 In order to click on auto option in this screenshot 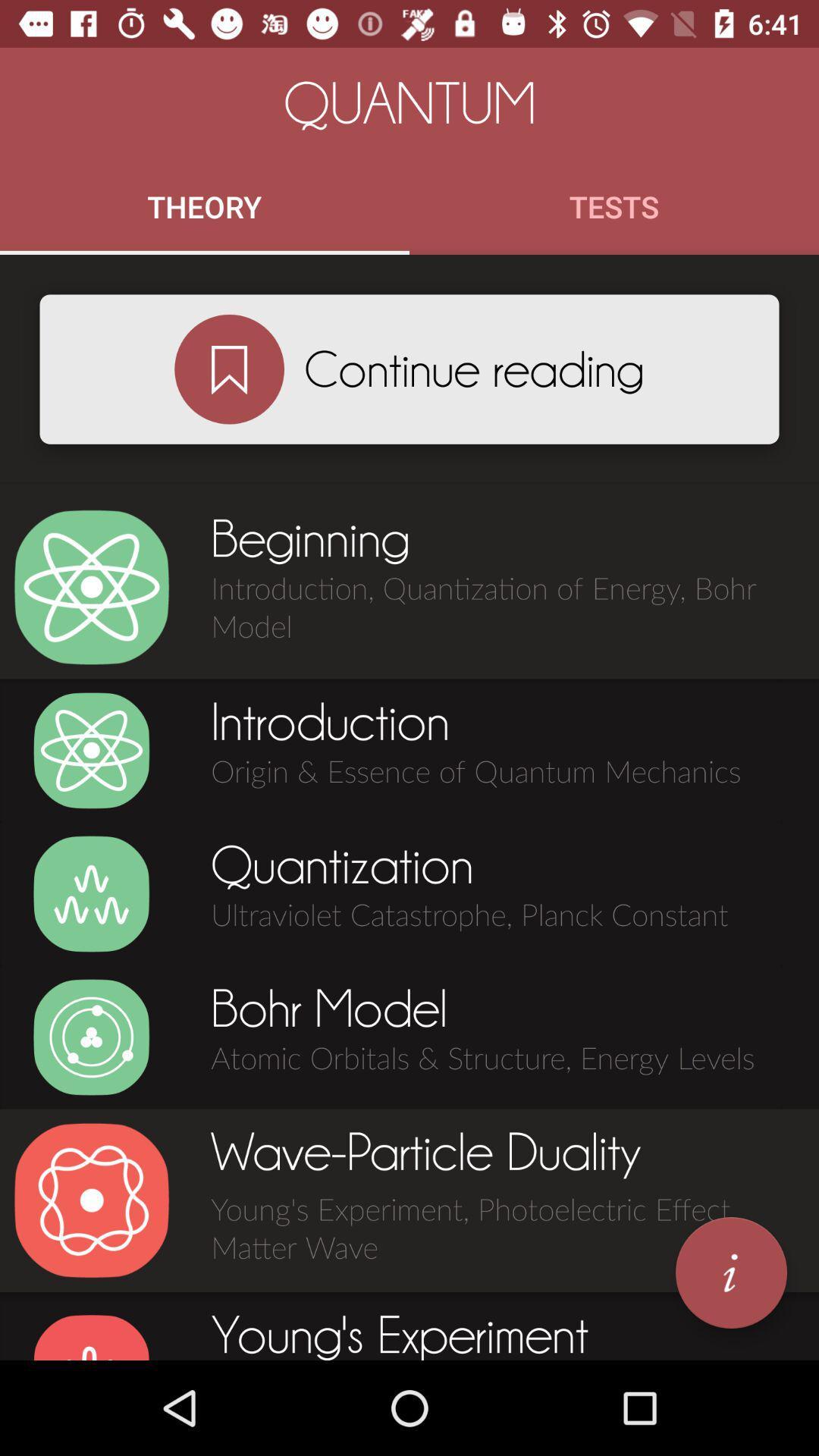, I will do `click(91, 1037)`.